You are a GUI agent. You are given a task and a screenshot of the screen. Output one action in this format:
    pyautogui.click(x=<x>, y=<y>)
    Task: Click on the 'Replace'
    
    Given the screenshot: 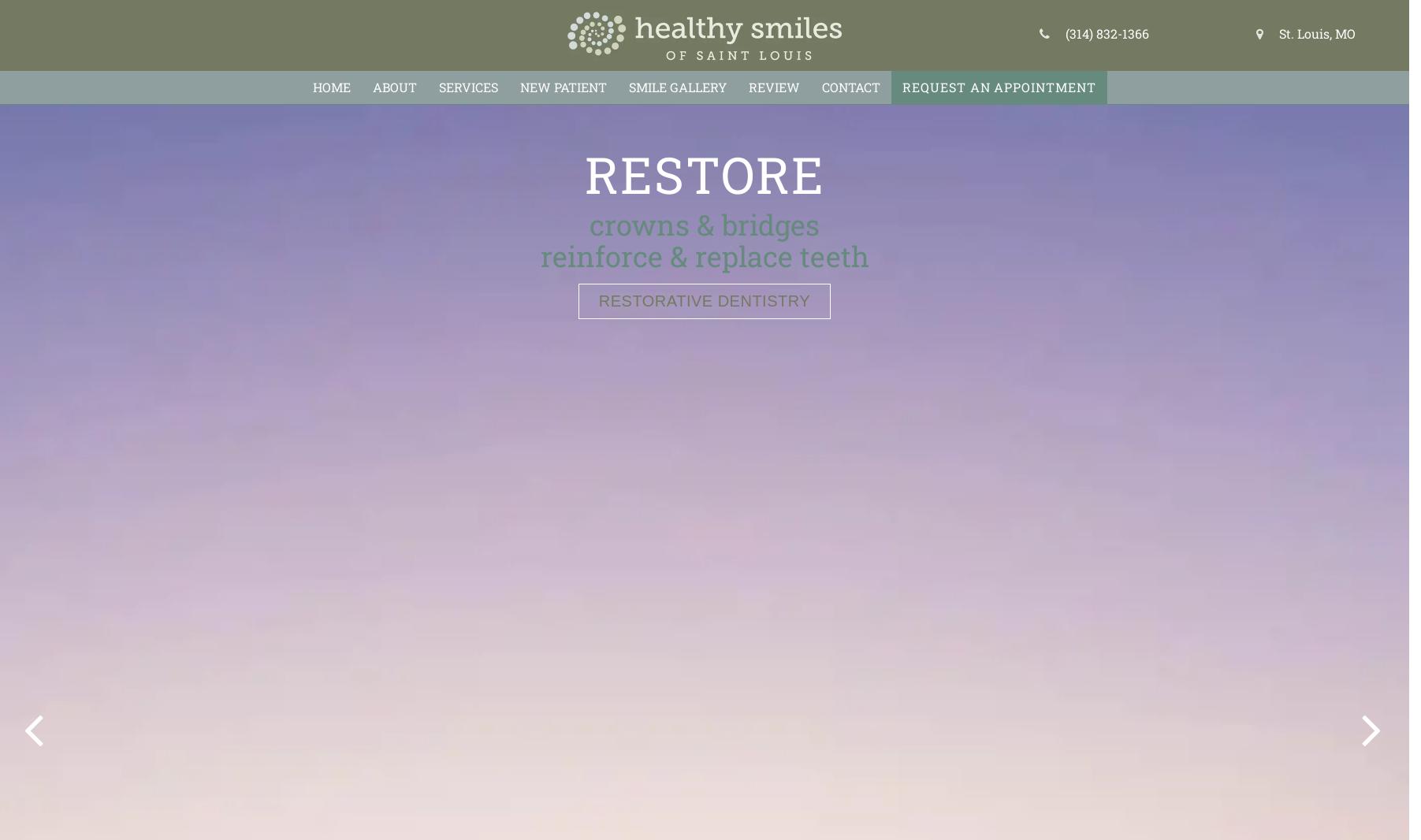 What is the action you would take?
    pyautogui.click(x=703, y=173)
    